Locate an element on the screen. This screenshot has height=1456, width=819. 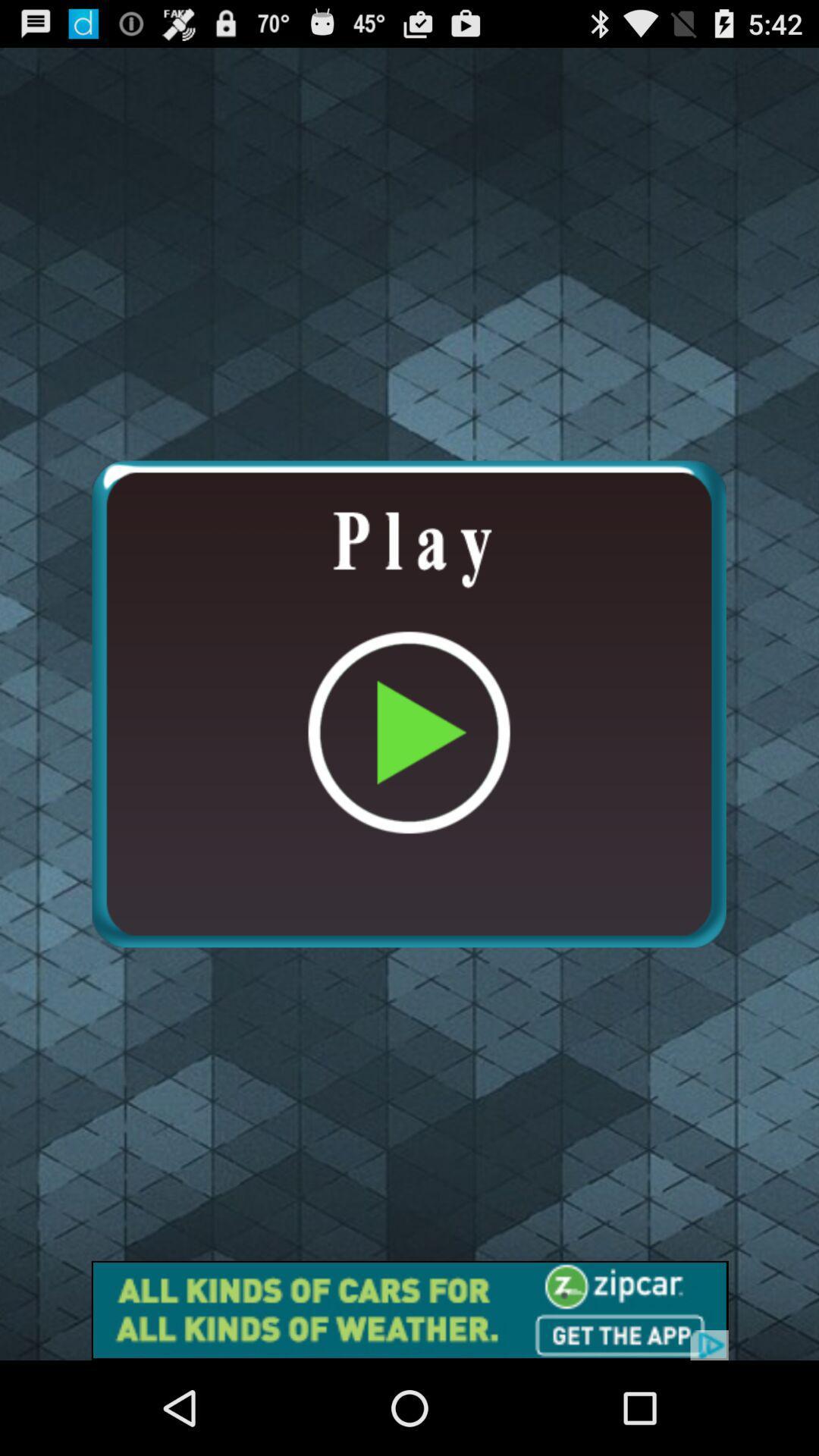
play is located at coordinates (408, 703).